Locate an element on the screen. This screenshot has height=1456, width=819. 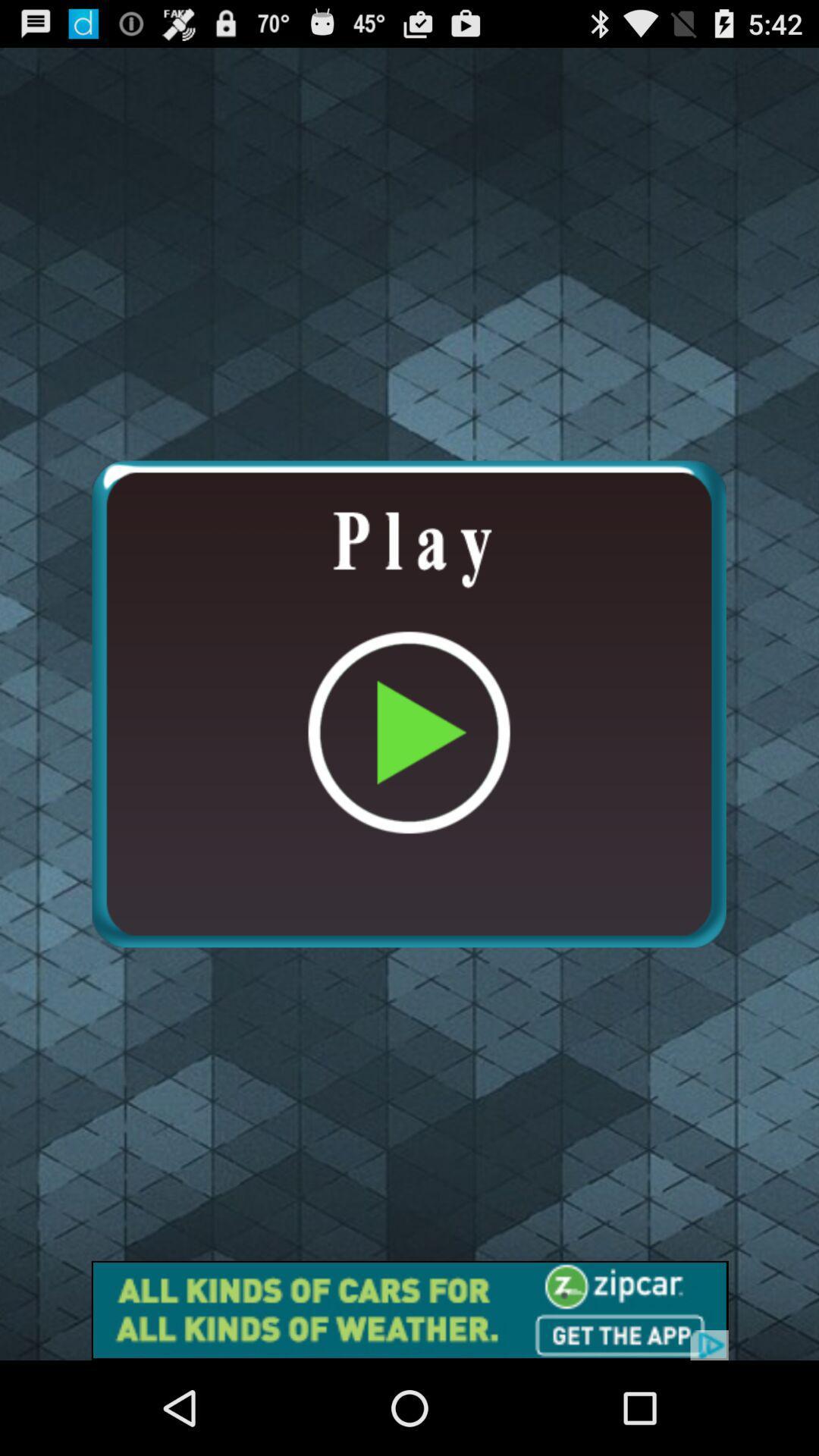
play is located at coordinates (408, 703).